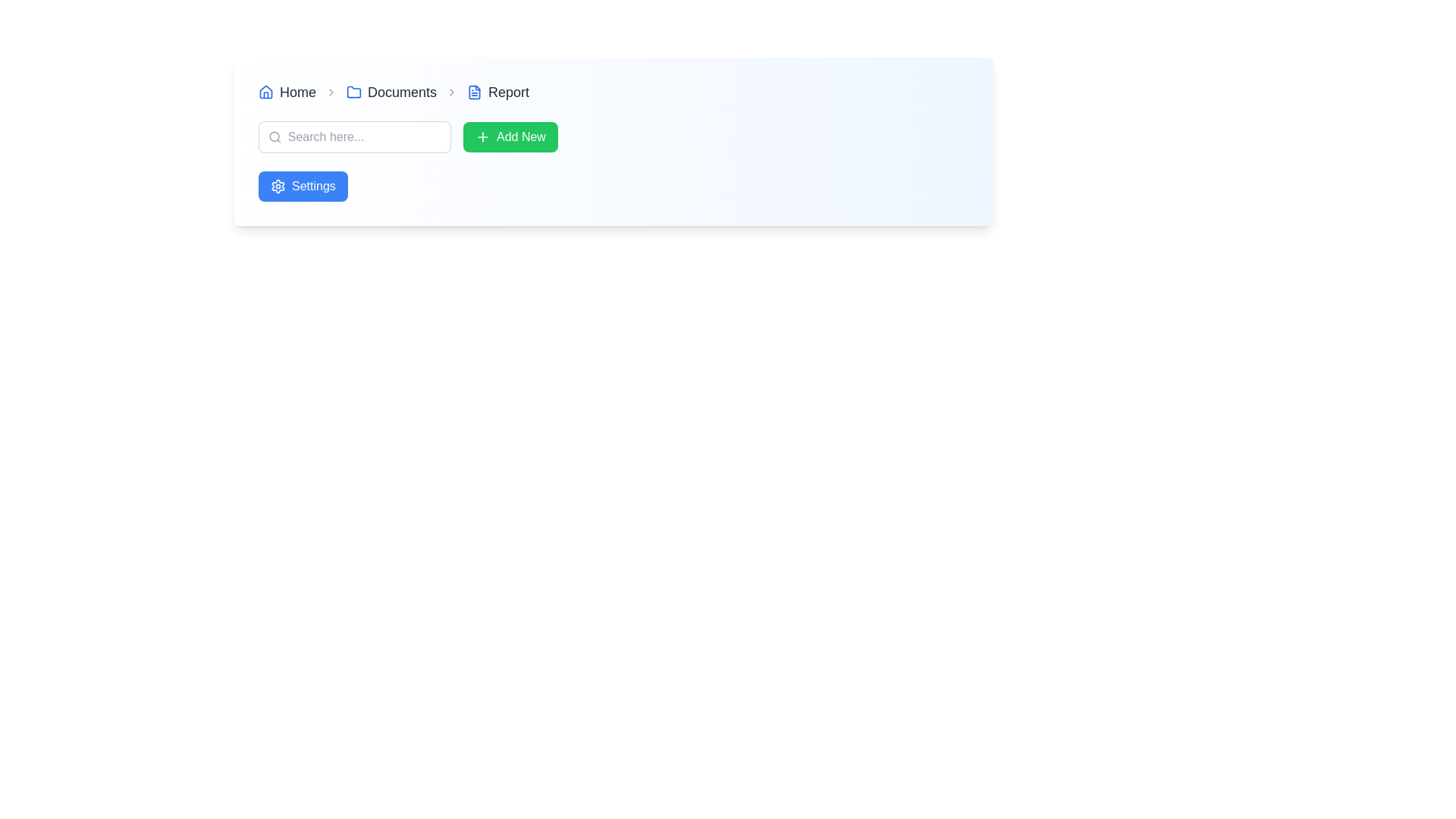 The height and width of the screenshot is (819, 1456). What do you see at coordinates (330, 93) in the screenshot?
I see `the right-pointing chevron icon in the breadcrumb navigation, located to the right of the 'Home' text and icon` at bounding box center [330, 93].